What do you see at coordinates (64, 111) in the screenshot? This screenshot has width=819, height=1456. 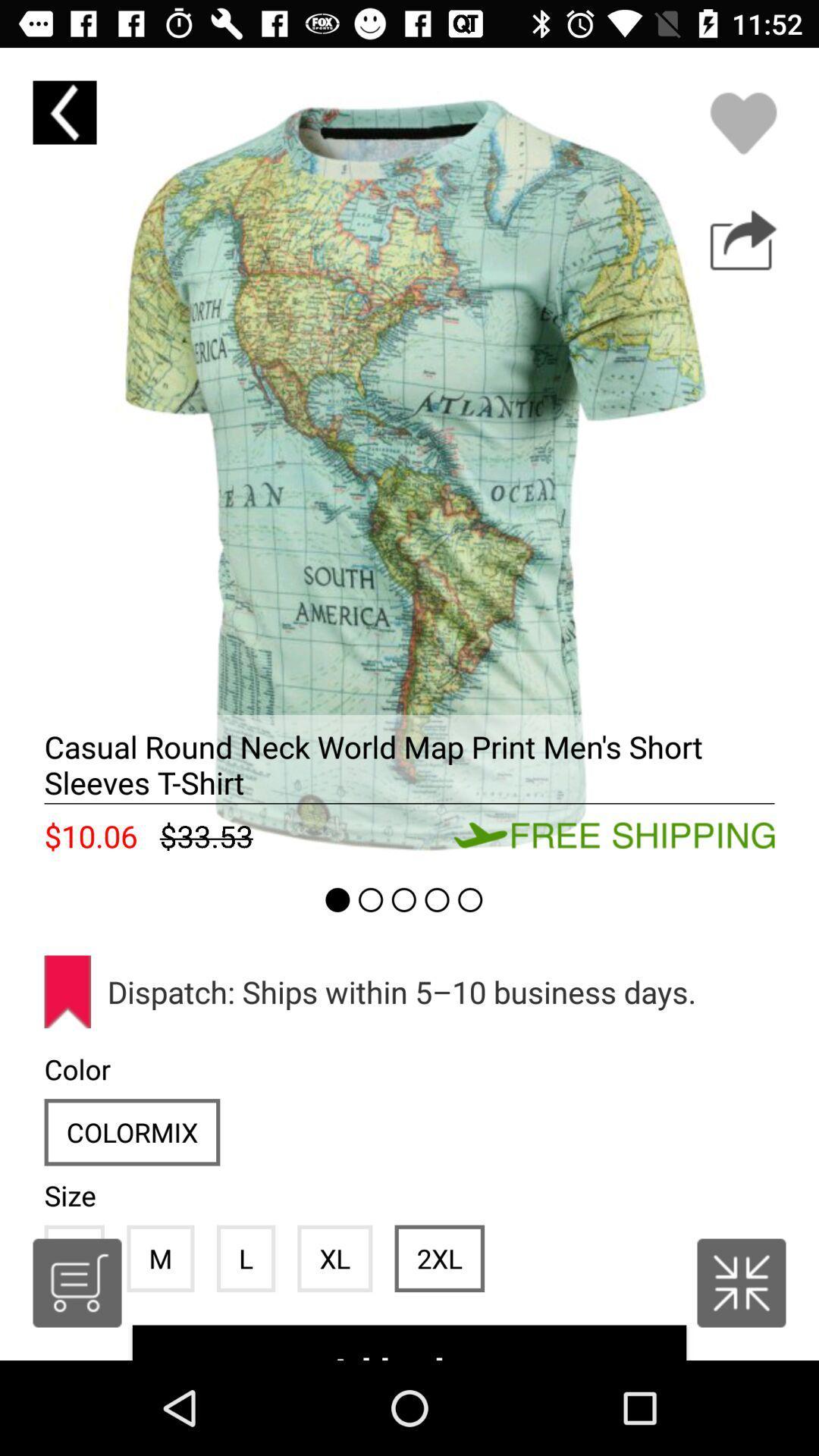 I see `the arrow_backward icon` at bounding box center [64, 111].